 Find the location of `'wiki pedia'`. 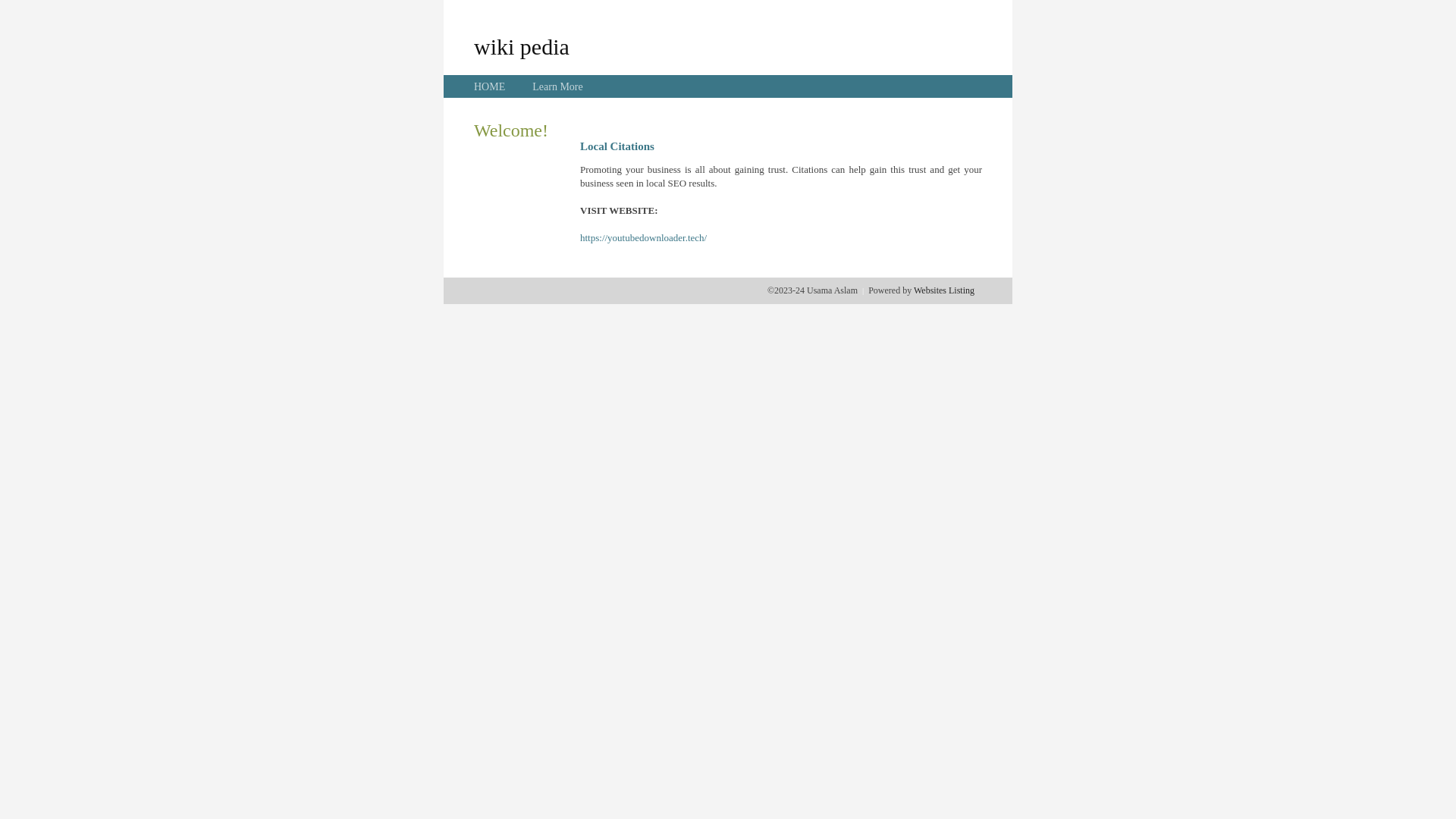

'wiki pedia' is located at coordinates (521, 45).